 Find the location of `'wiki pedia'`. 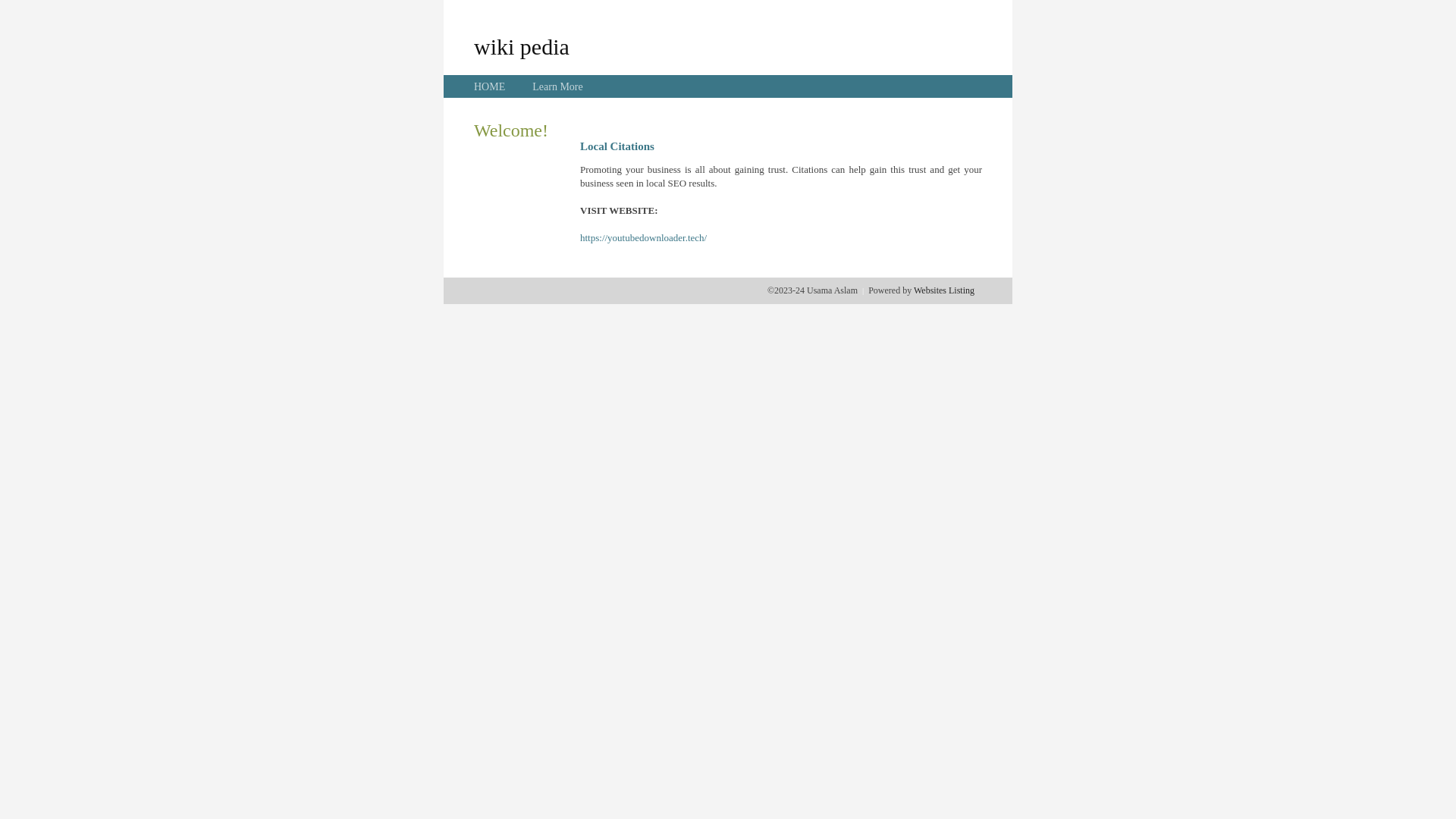

'wiki pedia' is located at coordinates (521, 45).